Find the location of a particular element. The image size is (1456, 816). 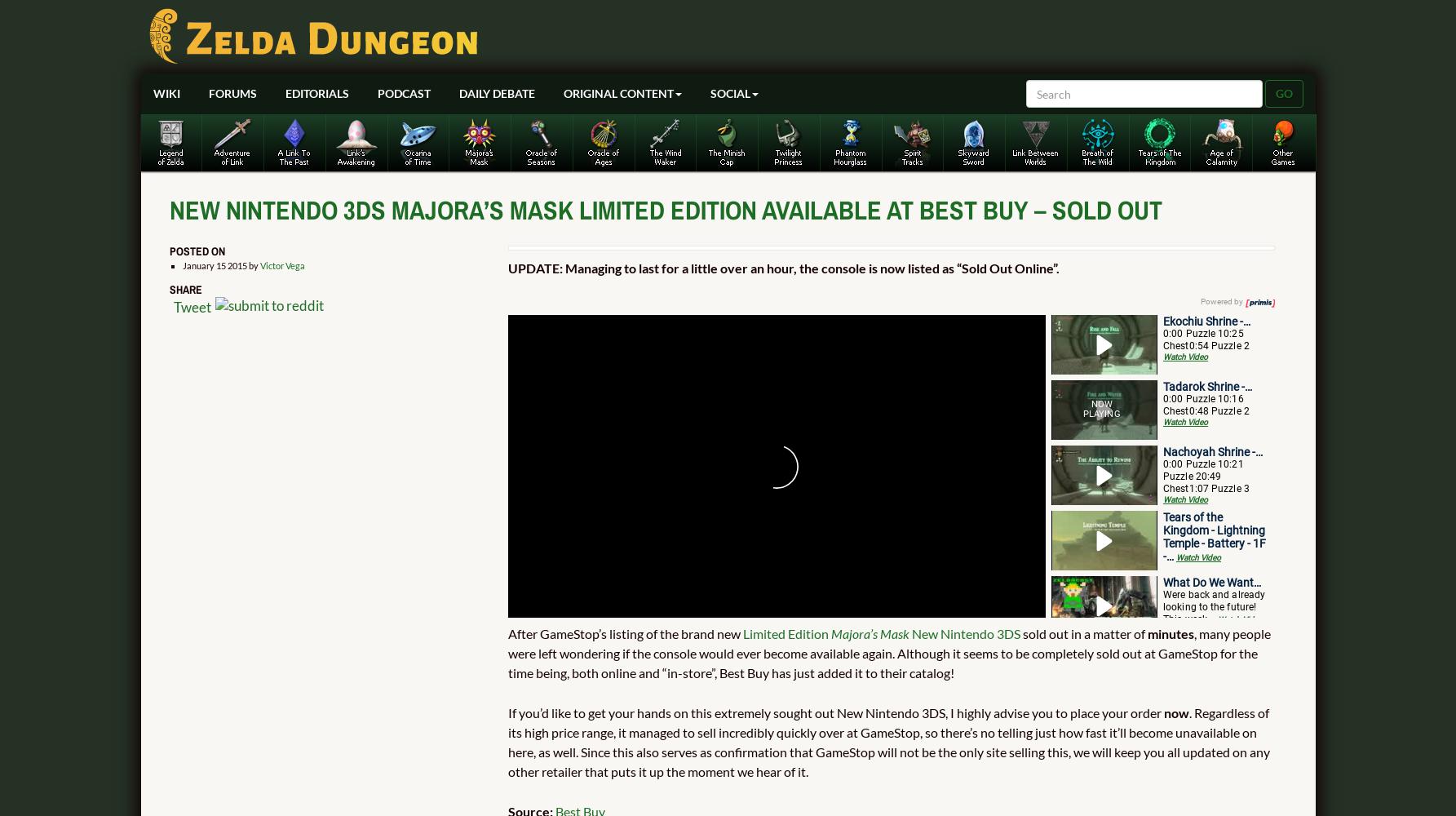

'Majora’s Mask' is located at coordinates (870, 633).